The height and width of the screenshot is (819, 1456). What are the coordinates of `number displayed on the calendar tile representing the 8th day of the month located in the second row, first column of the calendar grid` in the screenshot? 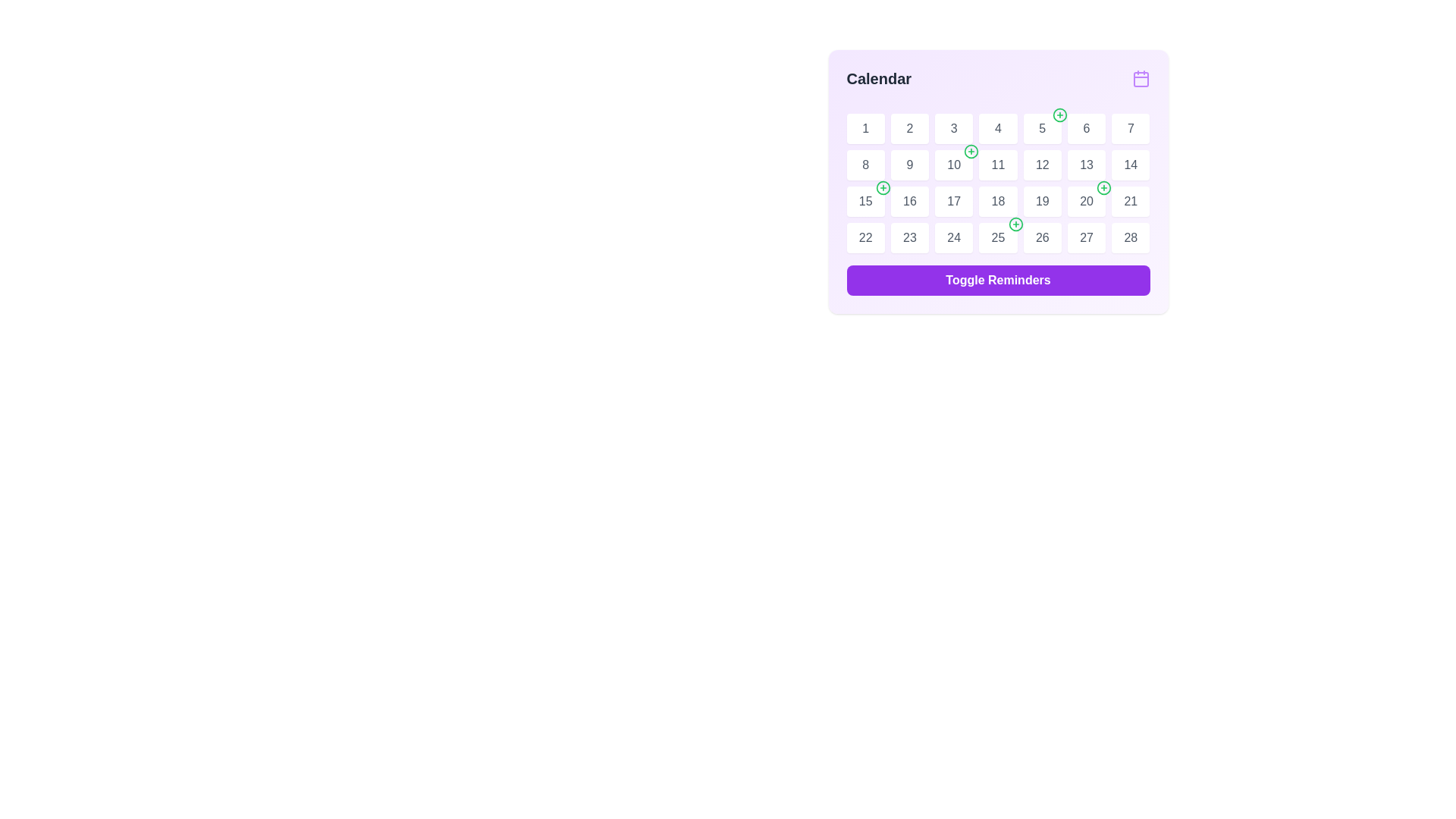 It's located at (865, 165).